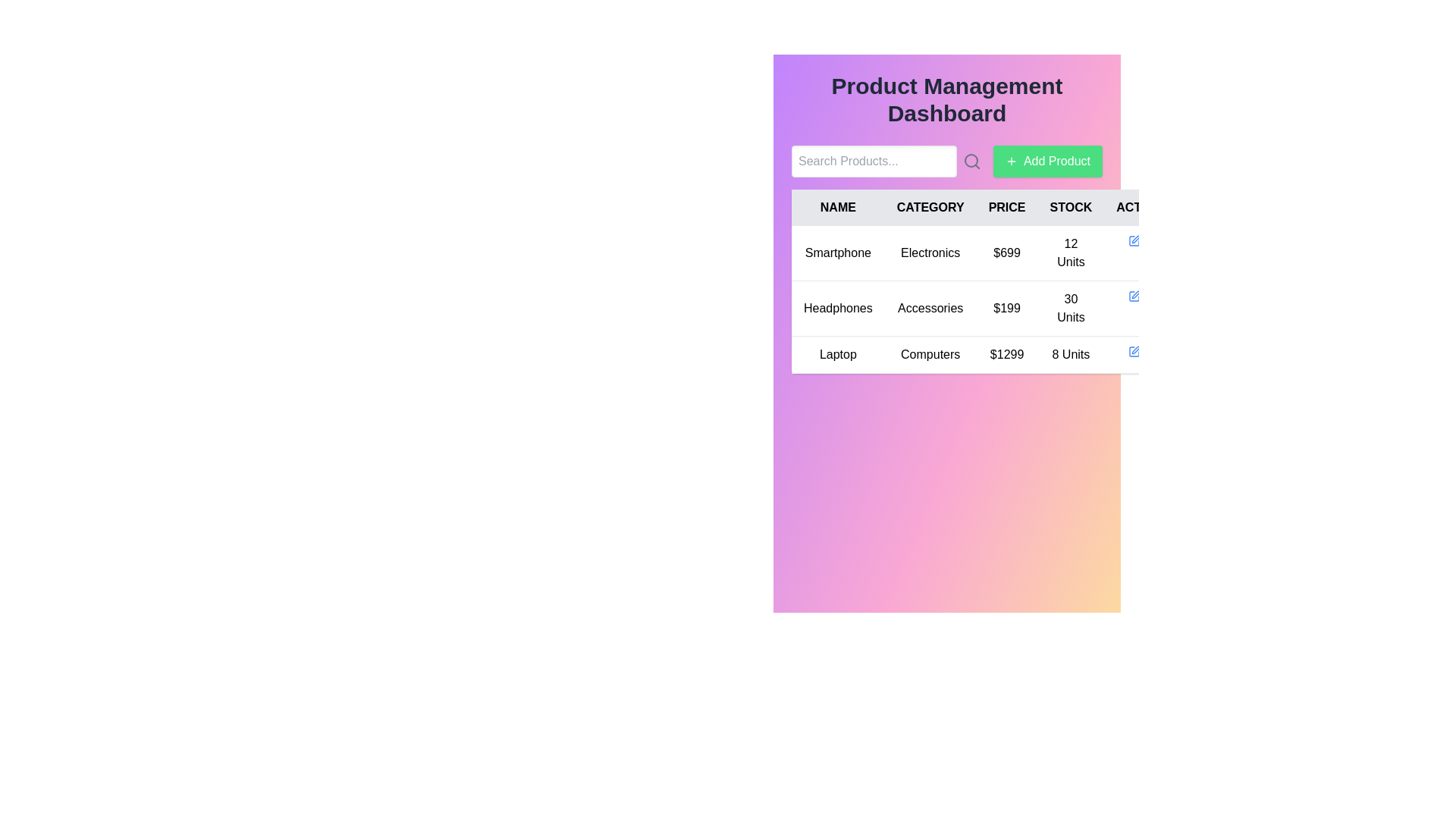  What do you see at coordinates (1007, 253) in the screenshot?
I see `the static text displaying the price "$699" in bold black font, located in the third column of the first row of the table under the label "PRICE."` at bounding box center [1007, 253].